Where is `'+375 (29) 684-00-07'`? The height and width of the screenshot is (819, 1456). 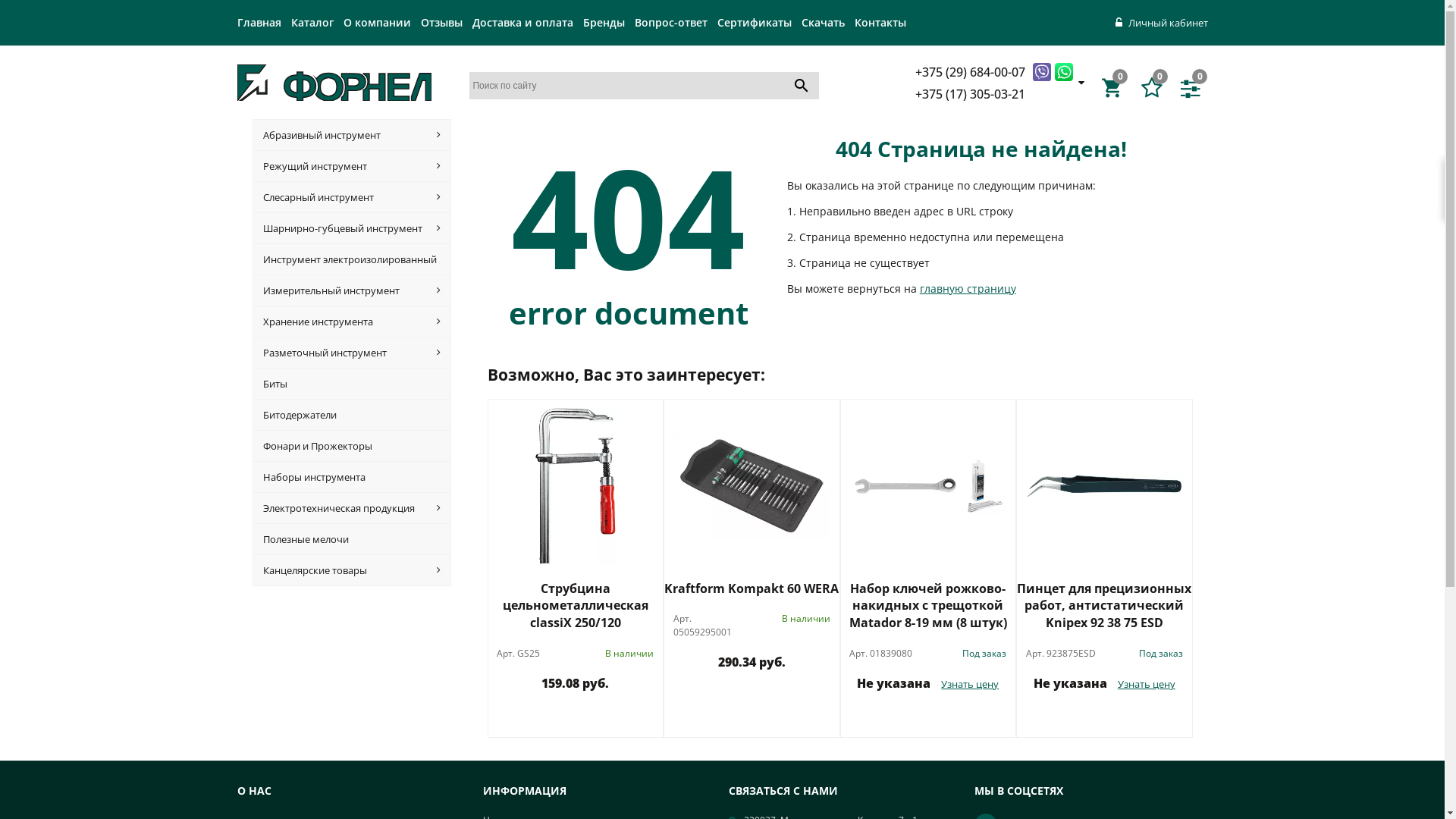 '+375 (29) 684-00-07' is located at coordinates (971, 71).